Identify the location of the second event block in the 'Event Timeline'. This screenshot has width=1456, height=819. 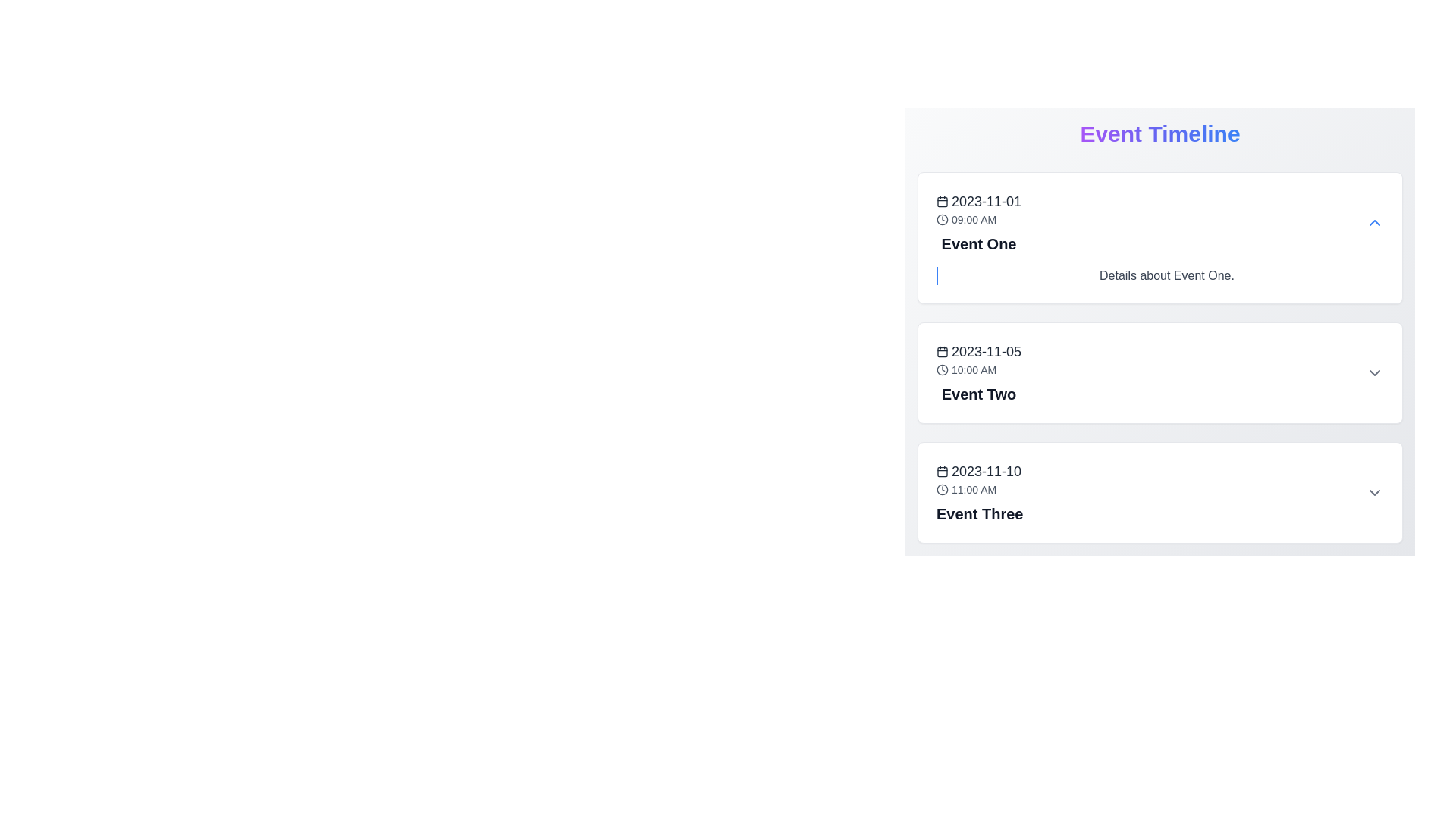
(1159, 357).